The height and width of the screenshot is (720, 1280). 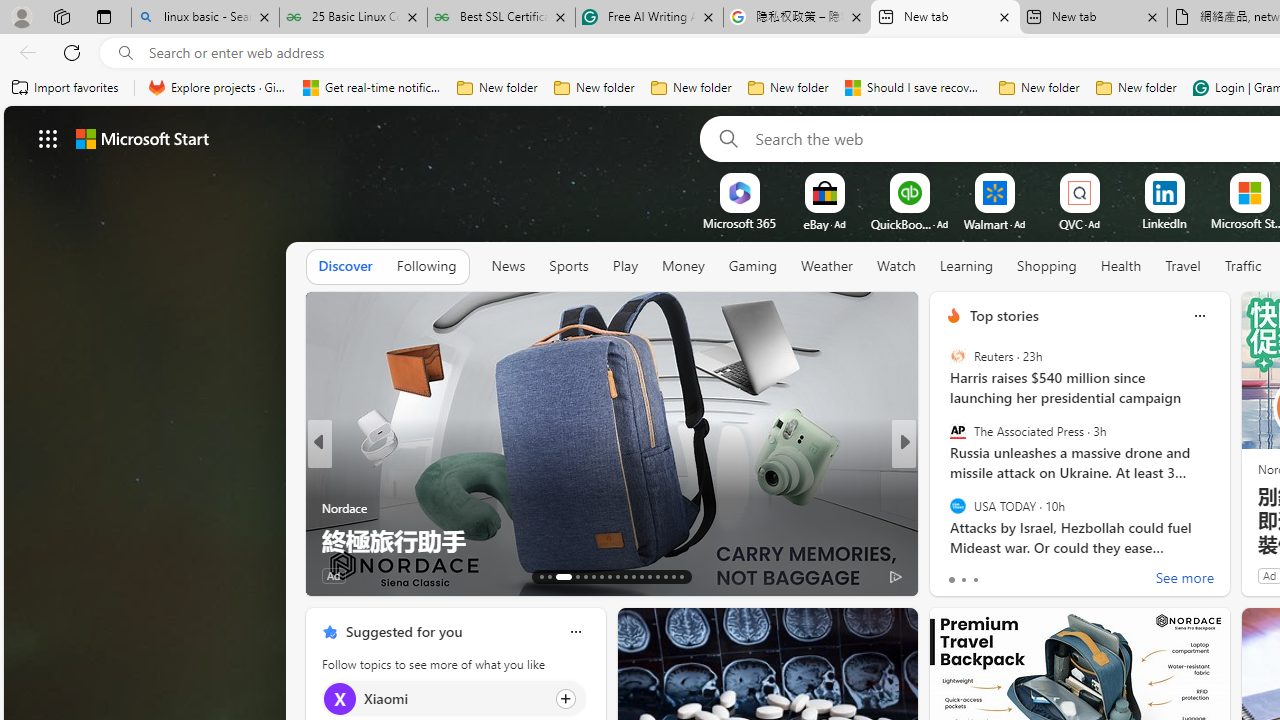 I want to click on 'View comments 70 Comment', so click(x=1050, y=575).